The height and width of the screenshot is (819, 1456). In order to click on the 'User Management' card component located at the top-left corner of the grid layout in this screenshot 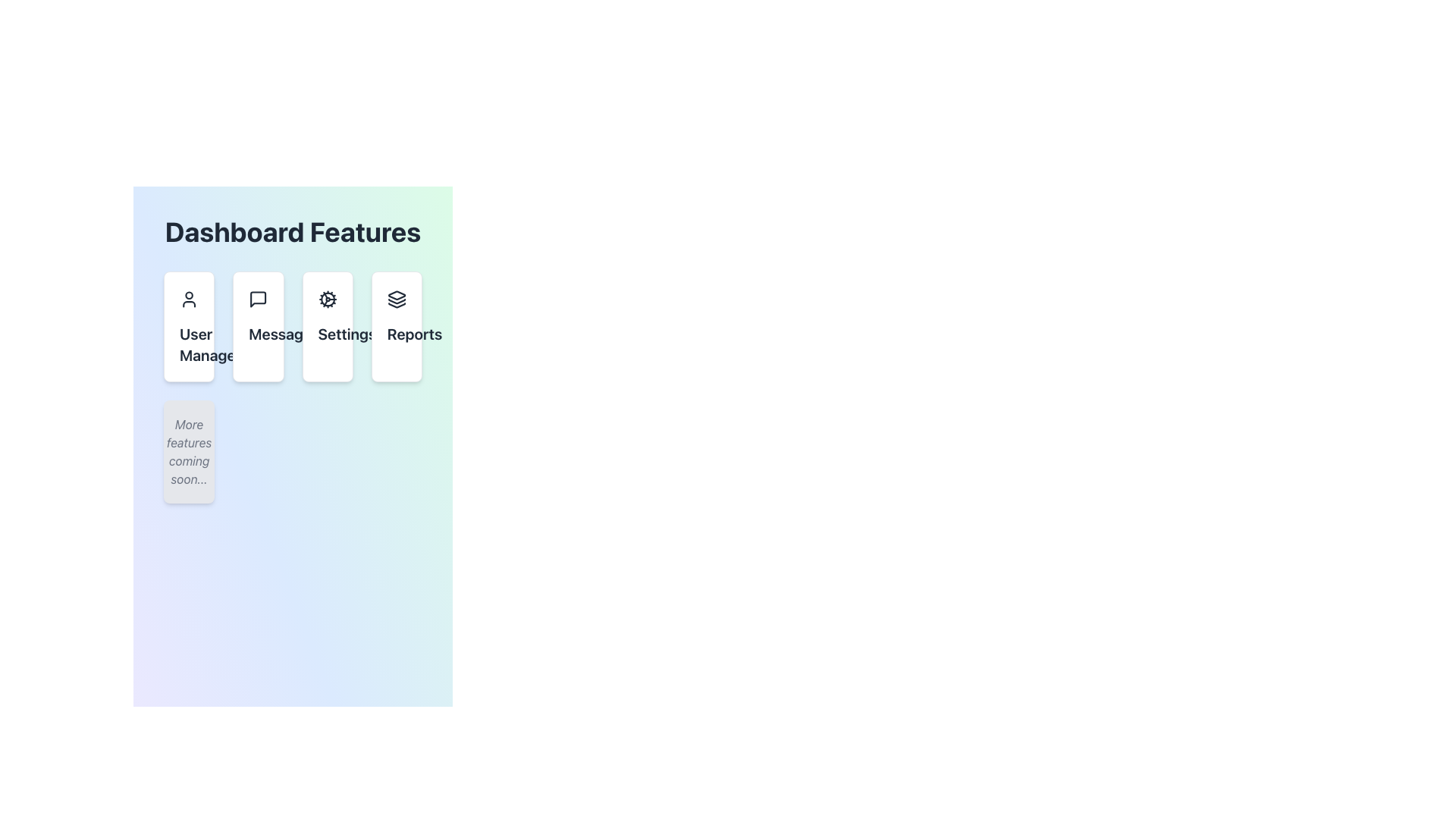, I will do `click(188, 326)`.